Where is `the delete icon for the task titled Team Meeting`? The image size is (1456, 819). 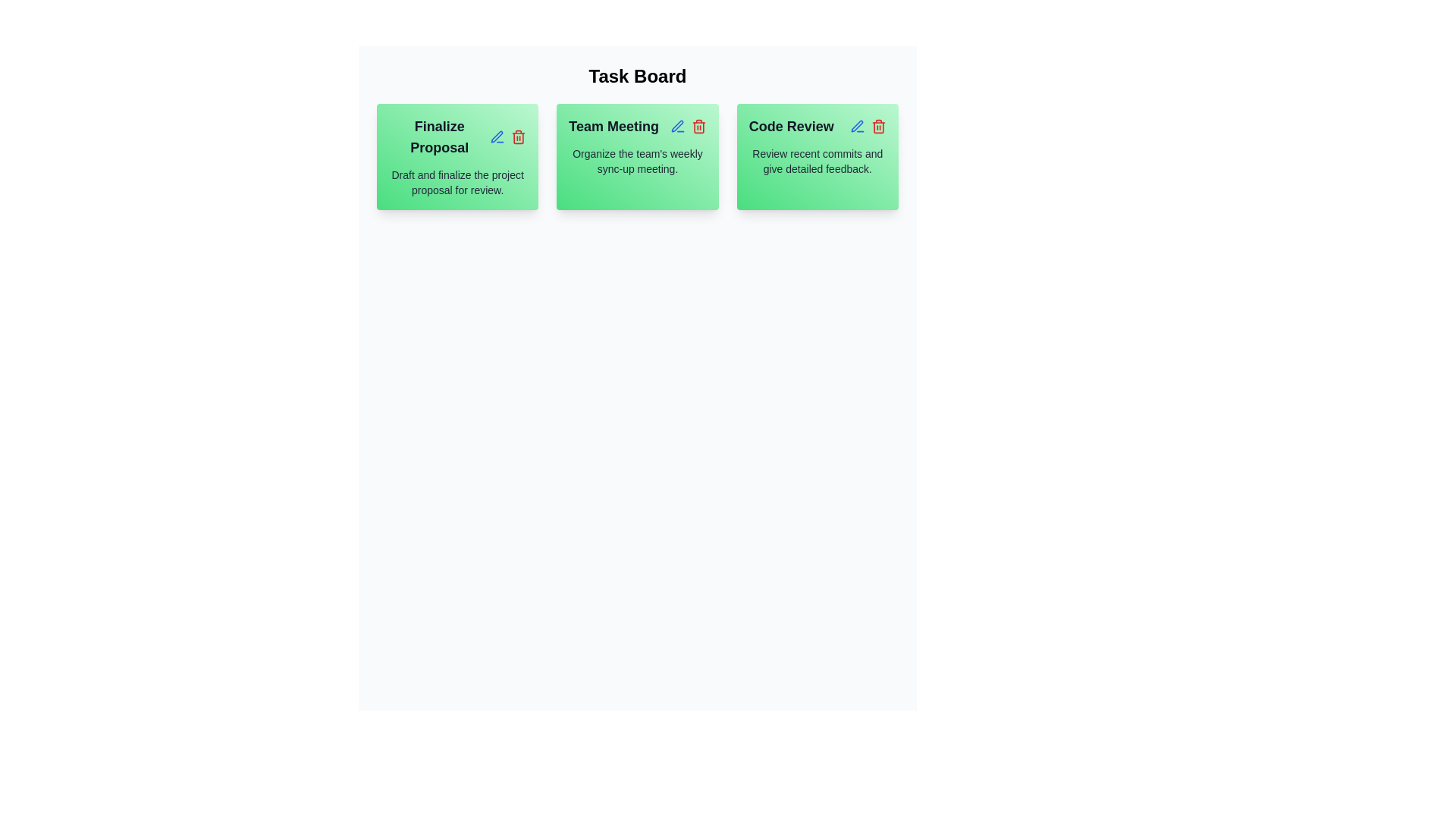 the delete icon for the task titled Team Meeting is located at coordinates (698, 125).